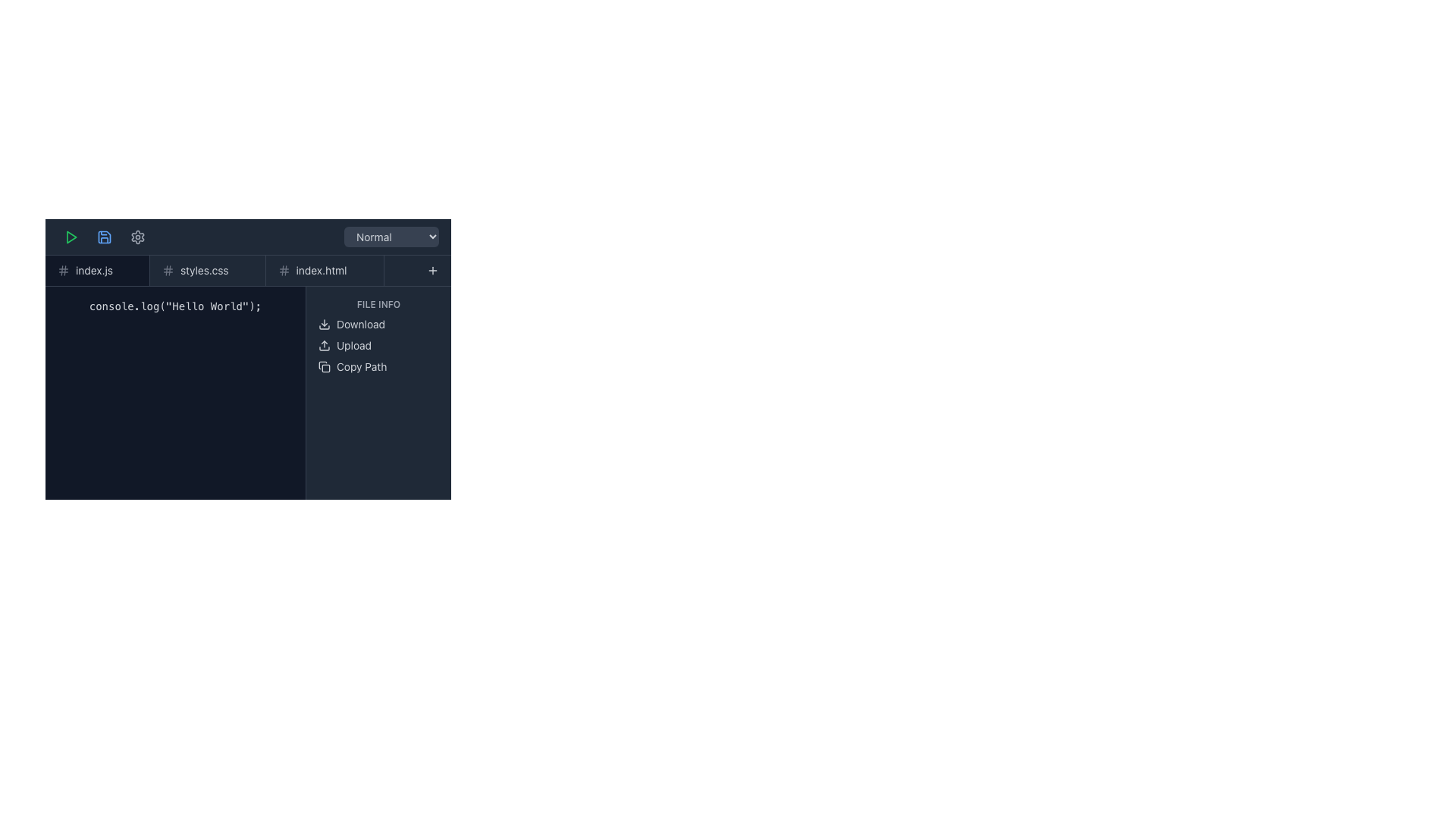 The height and width of the screenshot is (819, 1456). I want to click on the settings icon button, which is a gear-shaped outline, so click(138, 237).